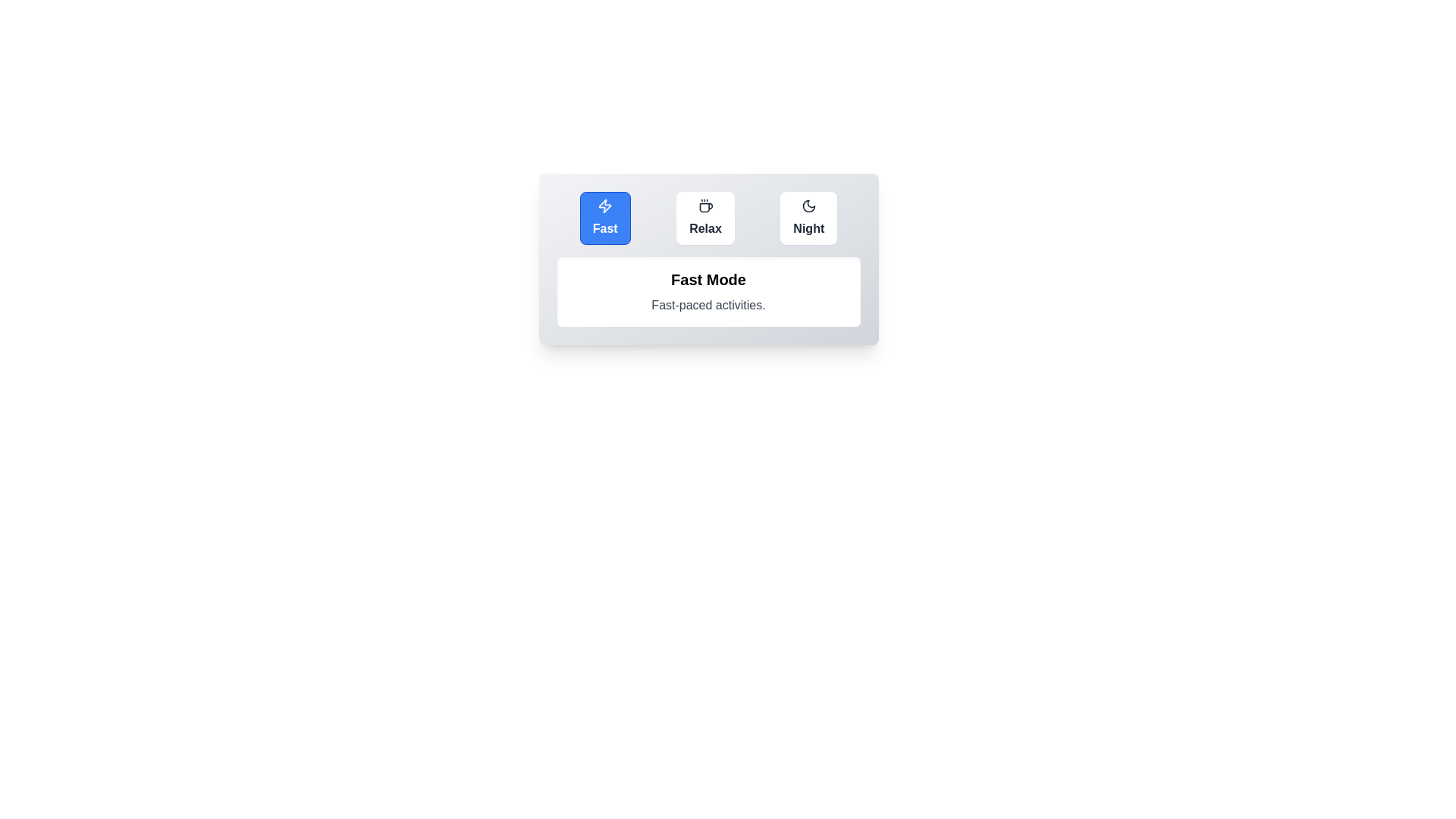  I want to click on the crescent moon-shaped icon representing the 'Night' selection in the mode options, so click(808, 206).